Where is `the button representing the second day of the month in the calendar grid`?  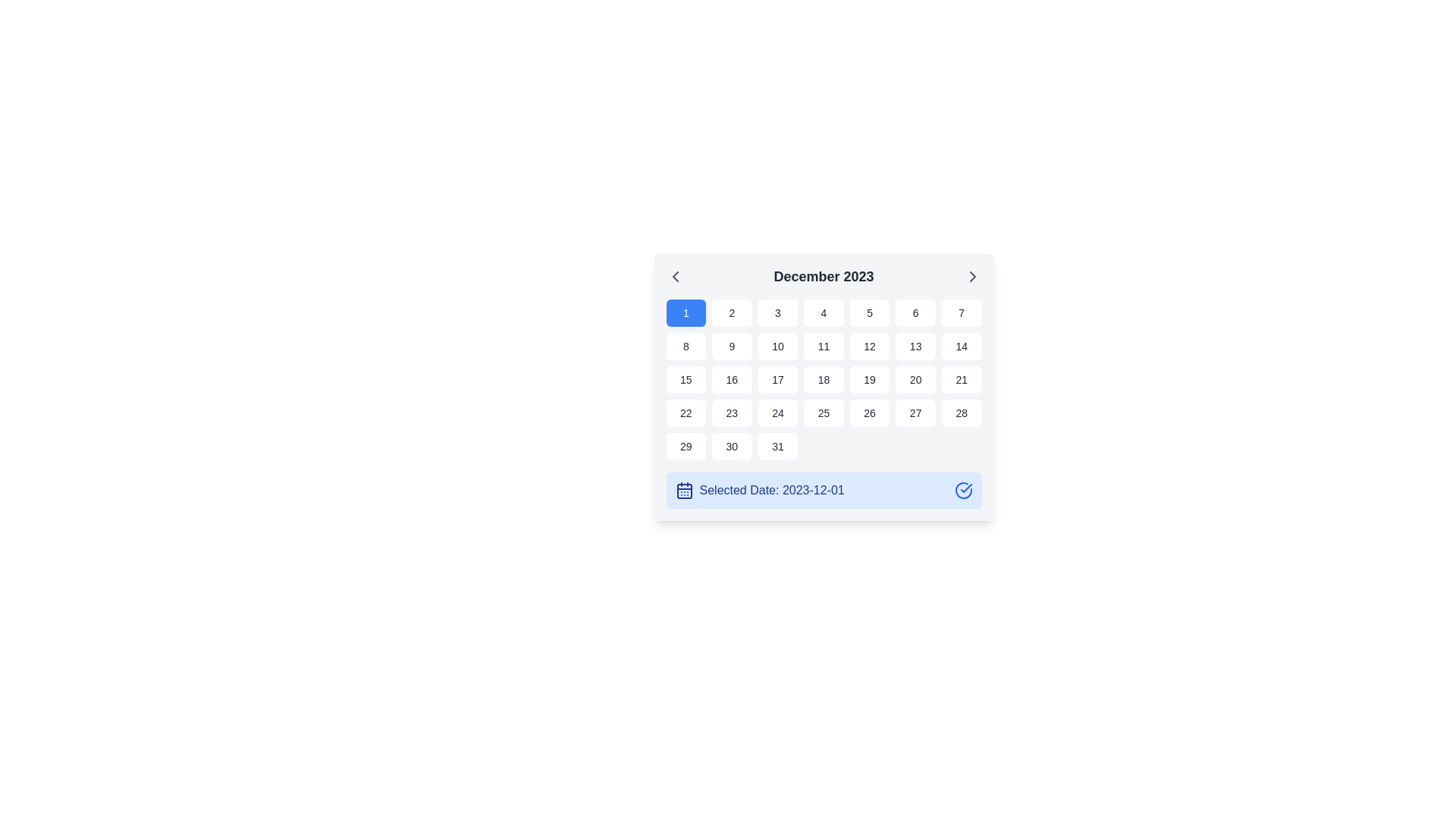
the button representing the second day of the month in the calendar grid is located at coordinates (732, 312).